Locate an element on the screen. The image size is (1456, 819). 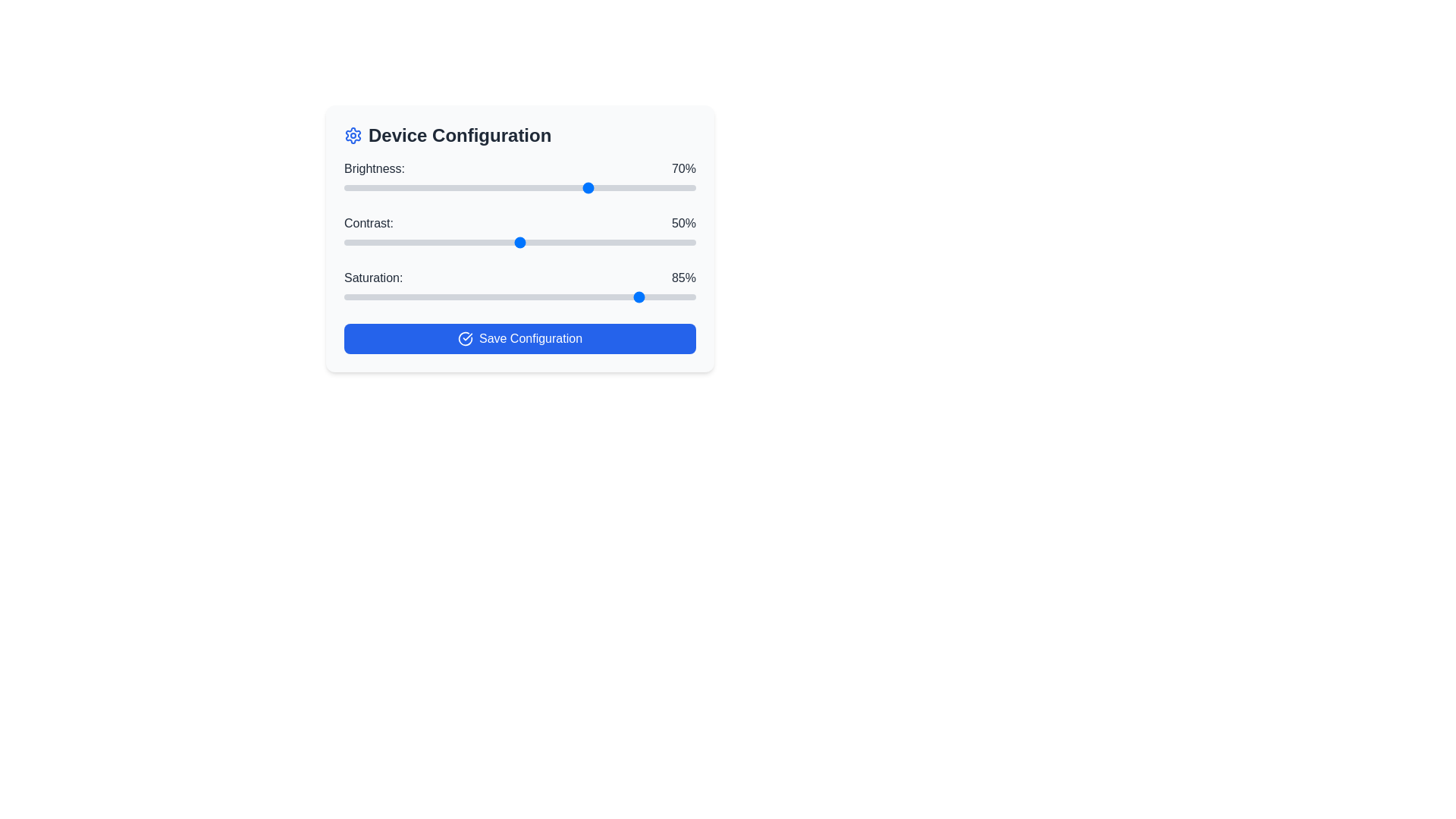
the contrast is located at coordinates (636, 242).